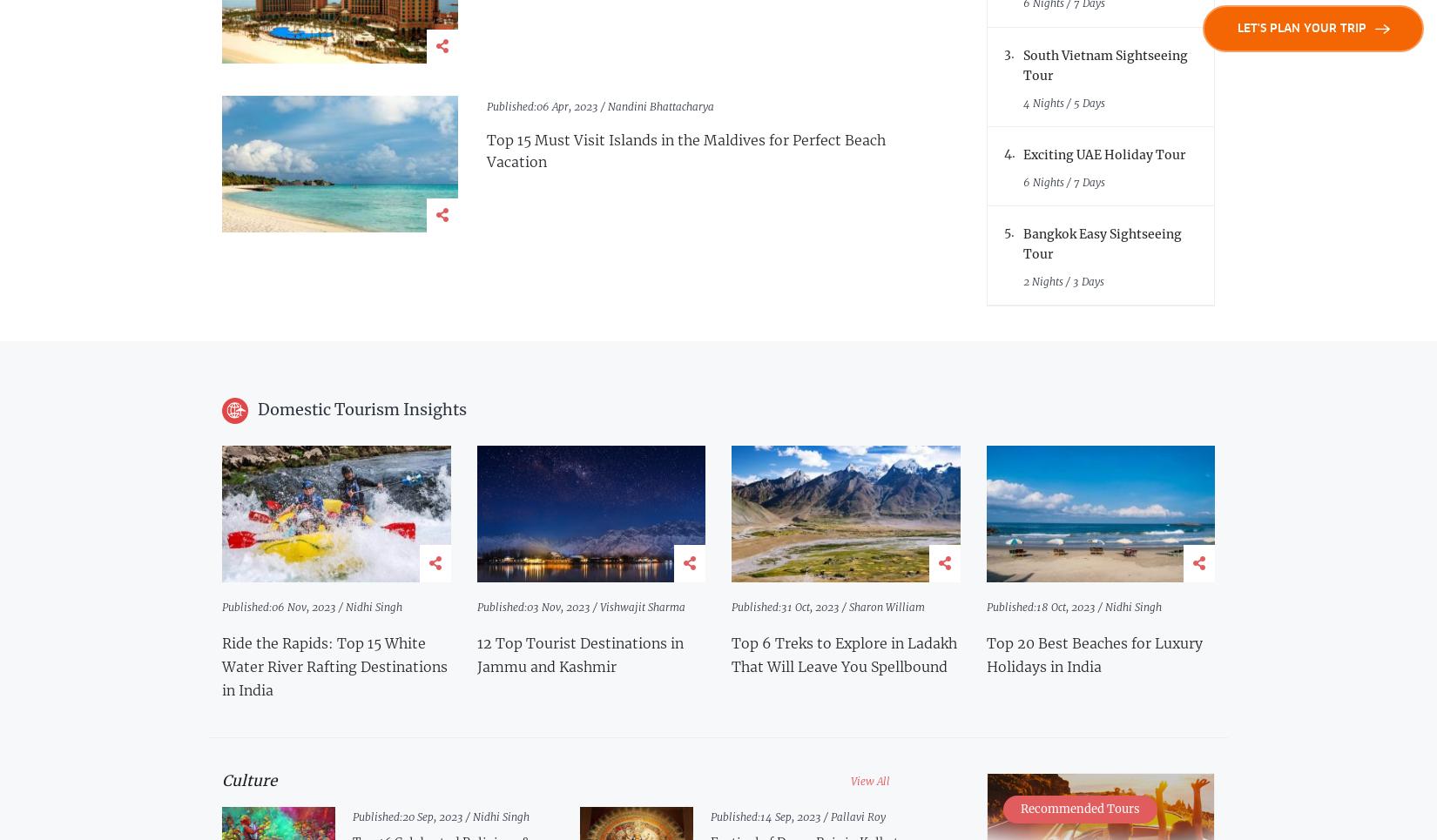  What do you see at coordinates (795, 816) in the screenshot?
I see `'14 Sep, 2023 /'` at bounding box center [795, 816].